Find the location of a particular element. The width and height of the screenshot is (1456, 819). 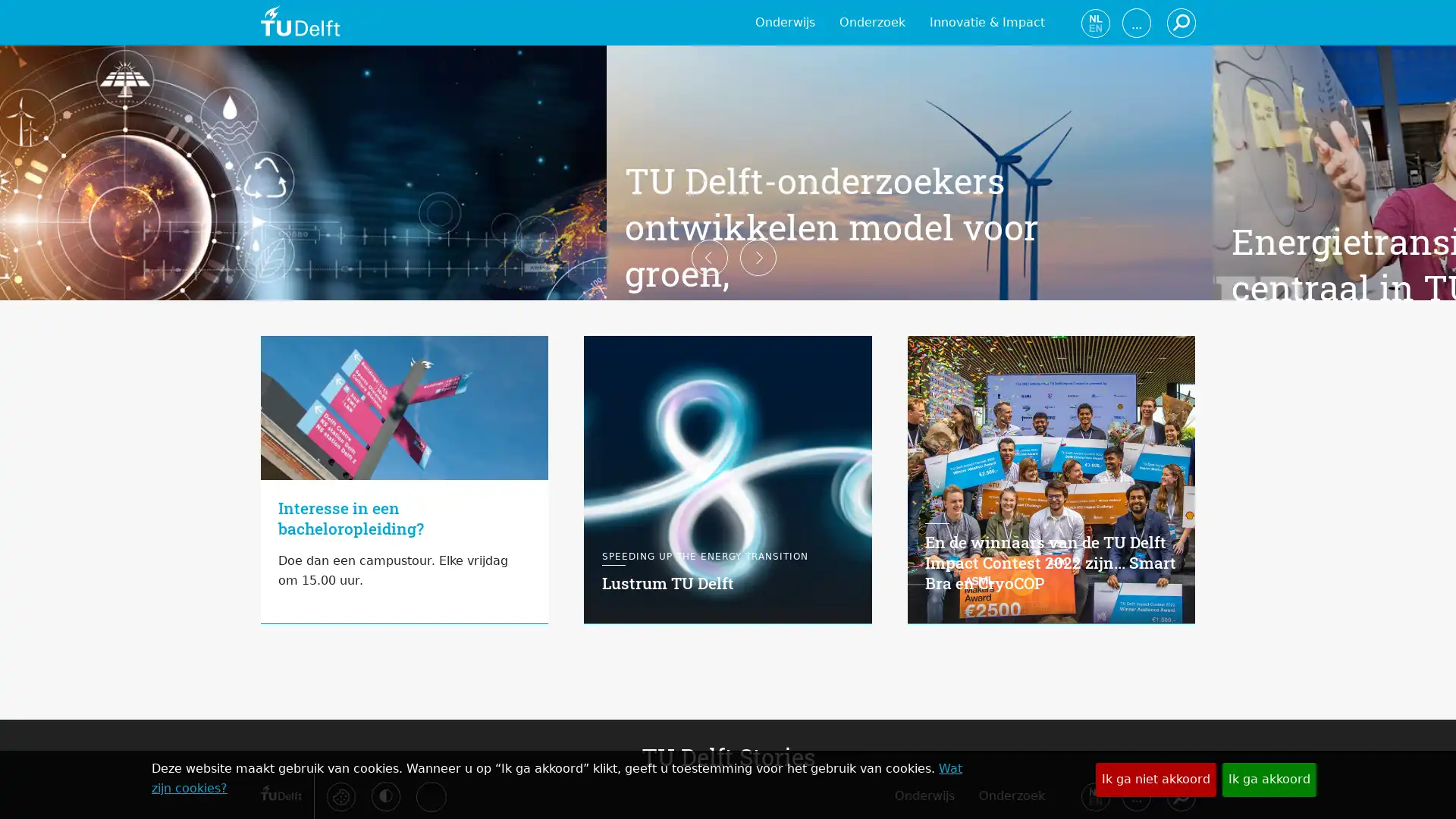

Luister met de ReachDeck-werkbalk is located at coordinates (429, 795).